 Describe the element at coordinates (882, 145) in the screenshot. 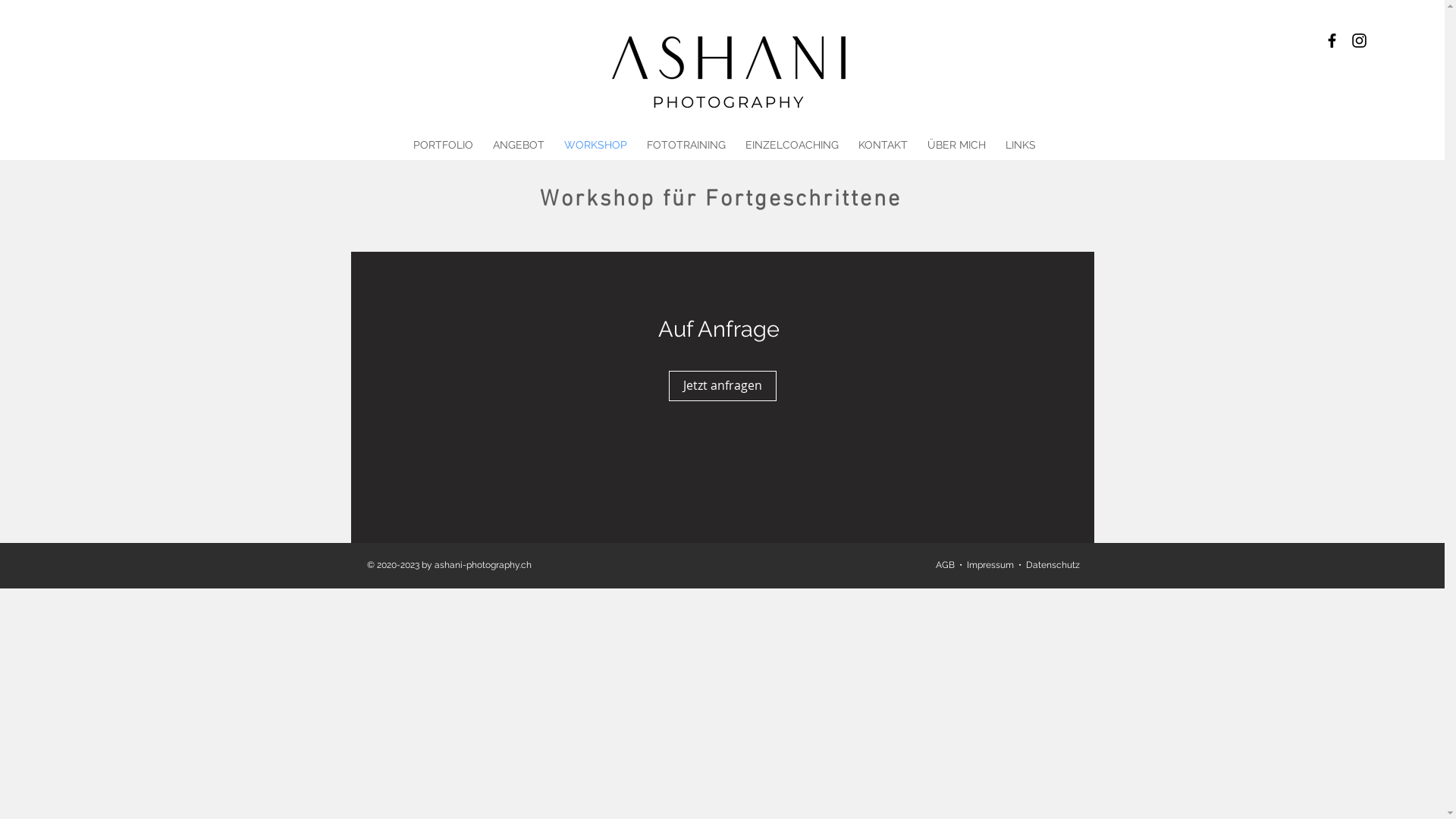

I see `'KONTAKT'` at that location.